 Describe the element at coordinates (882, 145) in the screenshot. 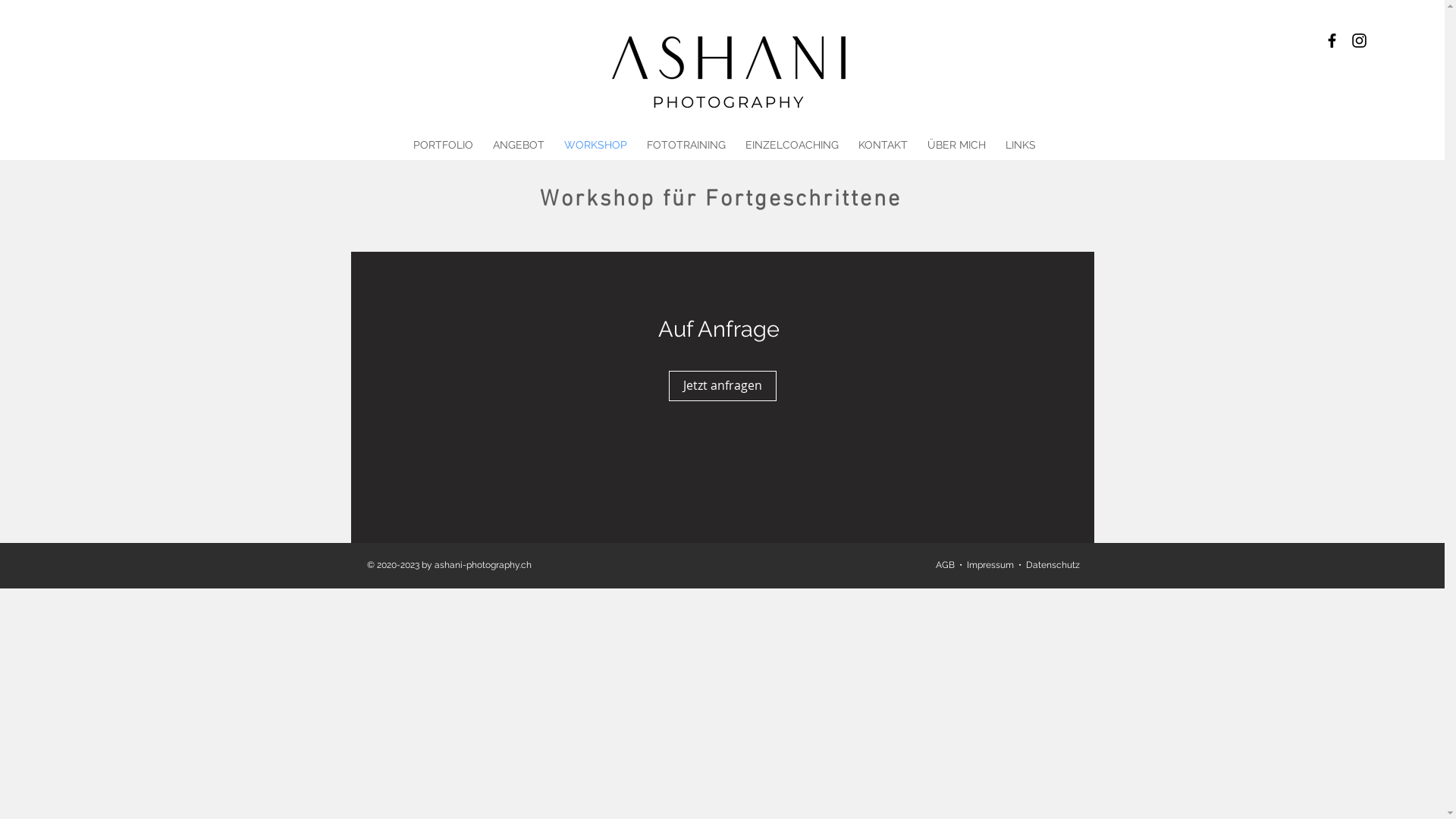

I see `'KONTAKT'` at that location.